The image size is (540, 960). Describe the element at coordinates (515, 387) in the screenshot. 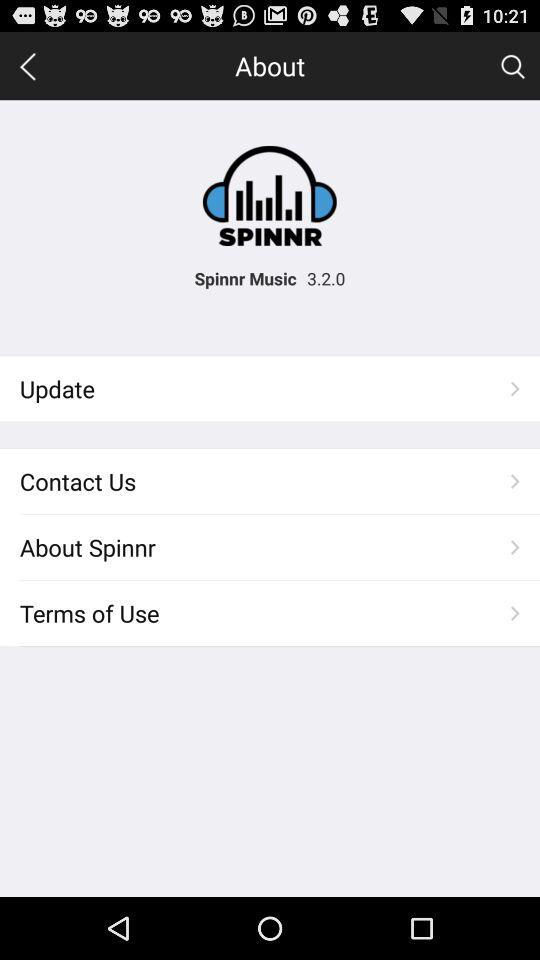

I see `the button right to the text update` at that location.